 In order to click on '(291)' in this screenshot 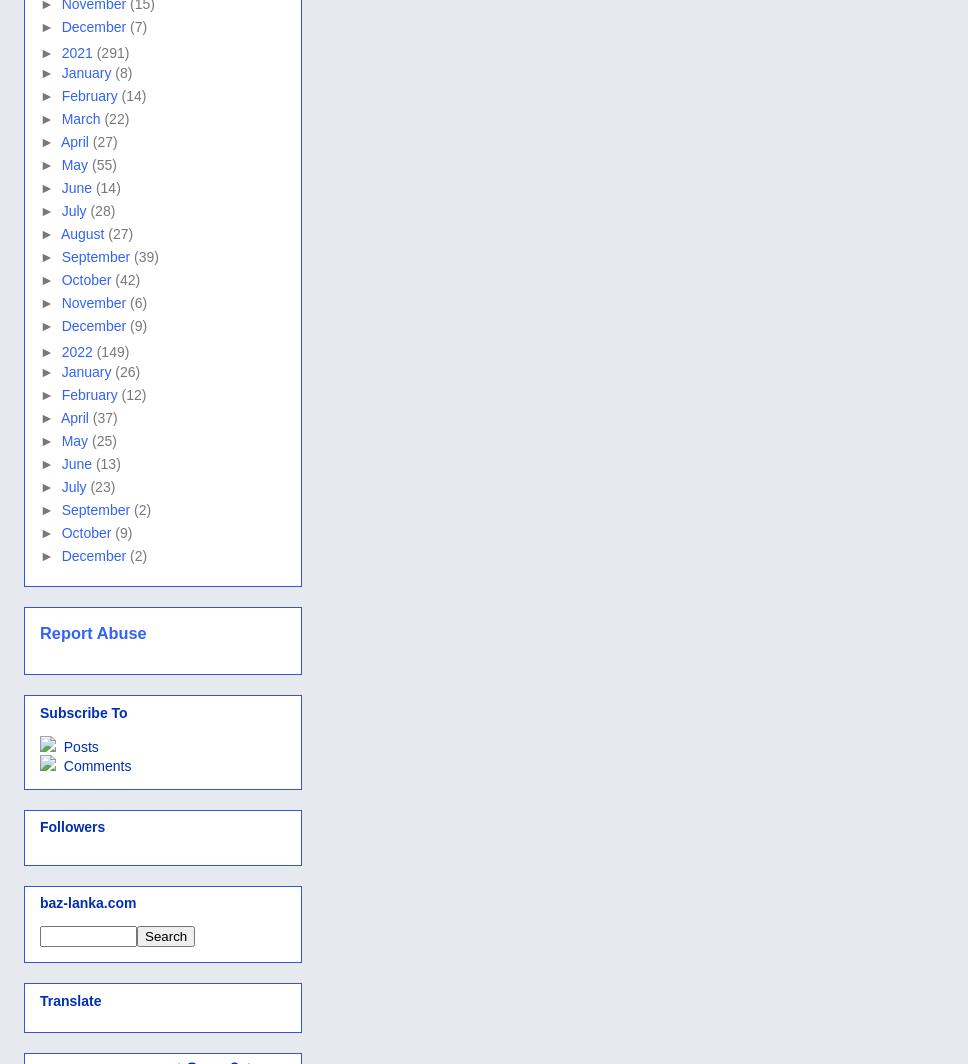, I will do `click(112, 52)`.